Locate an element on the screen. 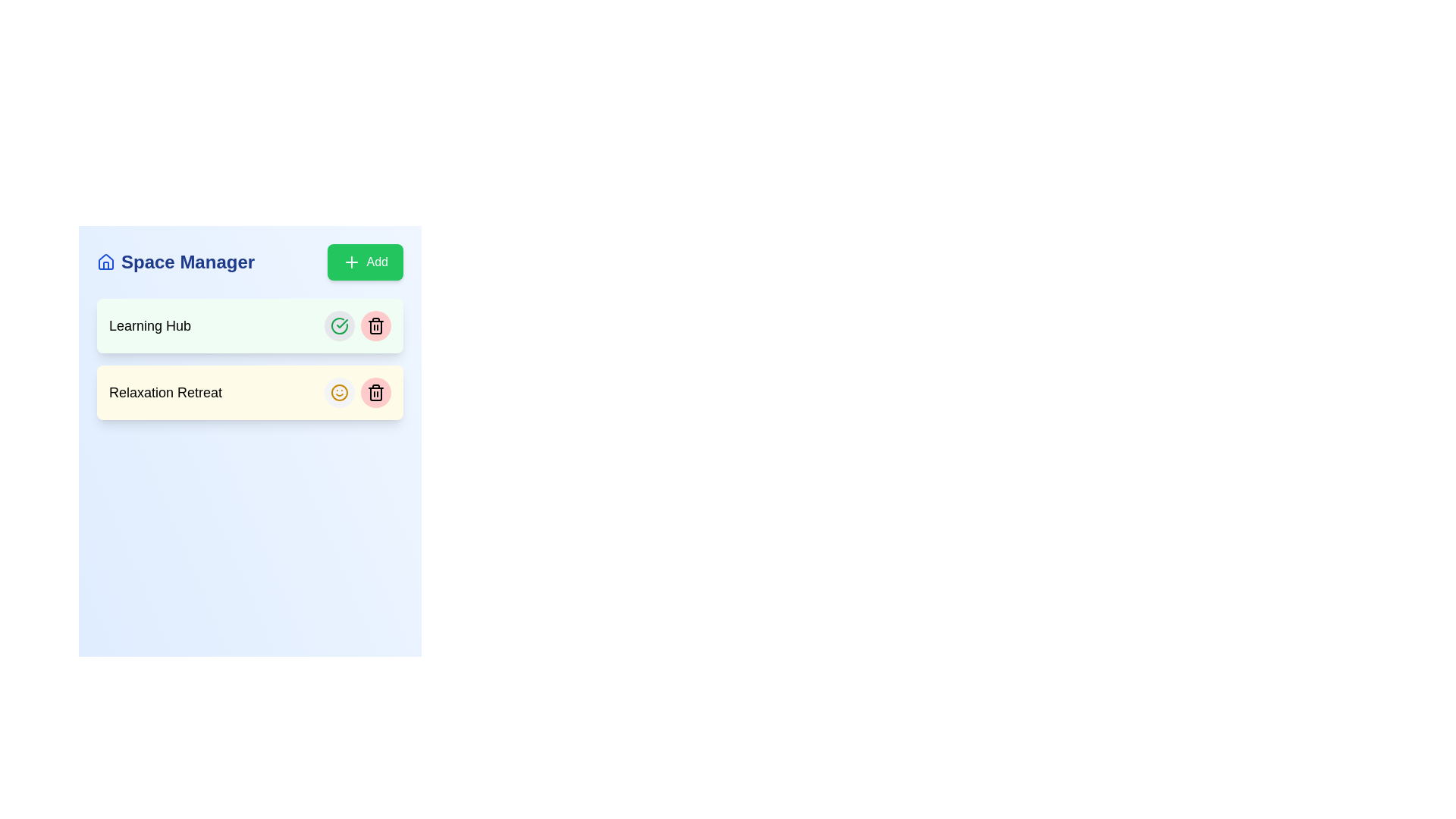 The image size is (1456, 819). the main body of the trash bin icon, which represents the delete function, located to the right of the 'Relaxation Retreat' list item is located at coordinates (375, 327).